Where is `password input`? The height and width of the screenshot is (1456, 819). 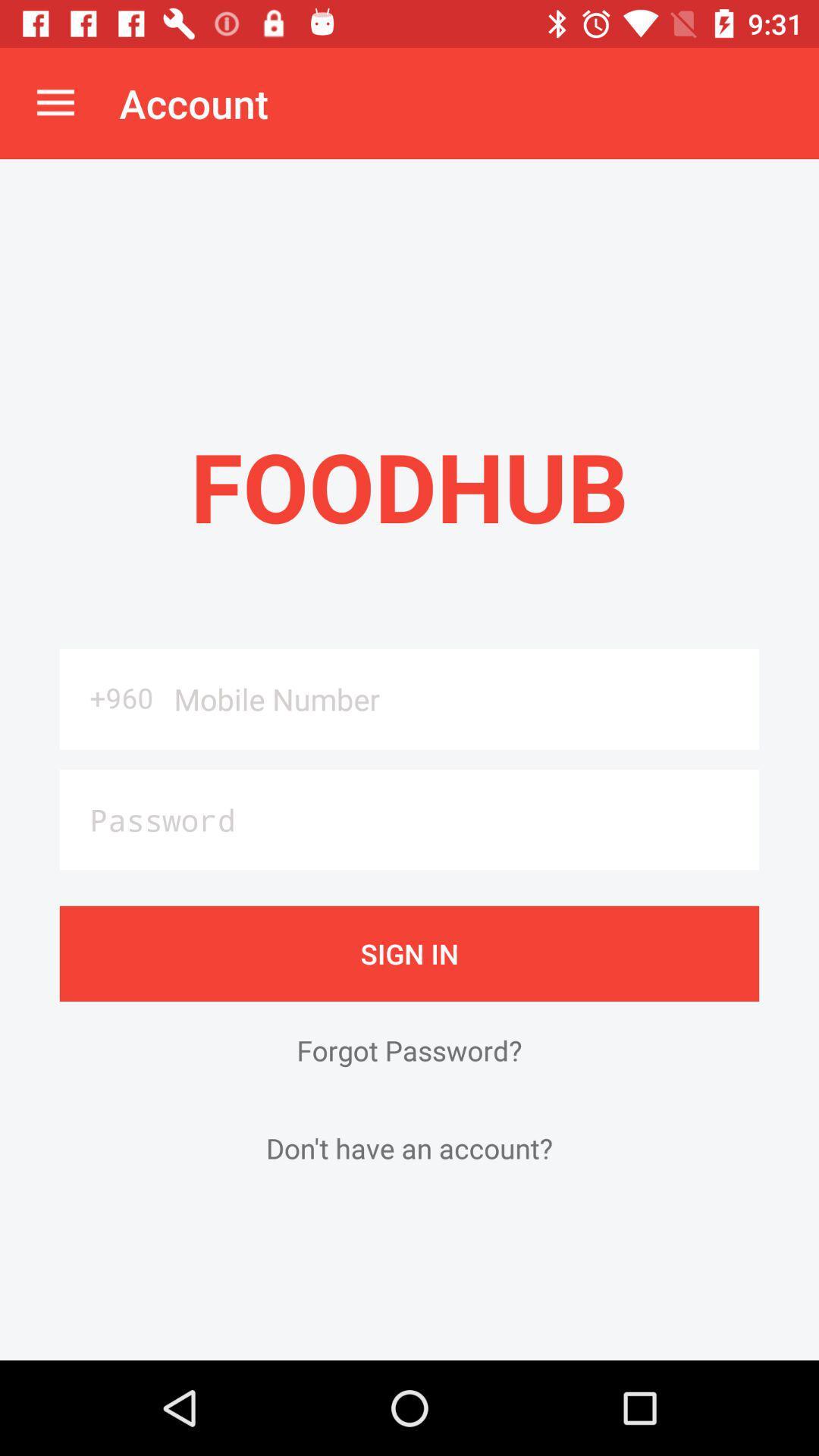
password input is located at coordinates (409, 819).